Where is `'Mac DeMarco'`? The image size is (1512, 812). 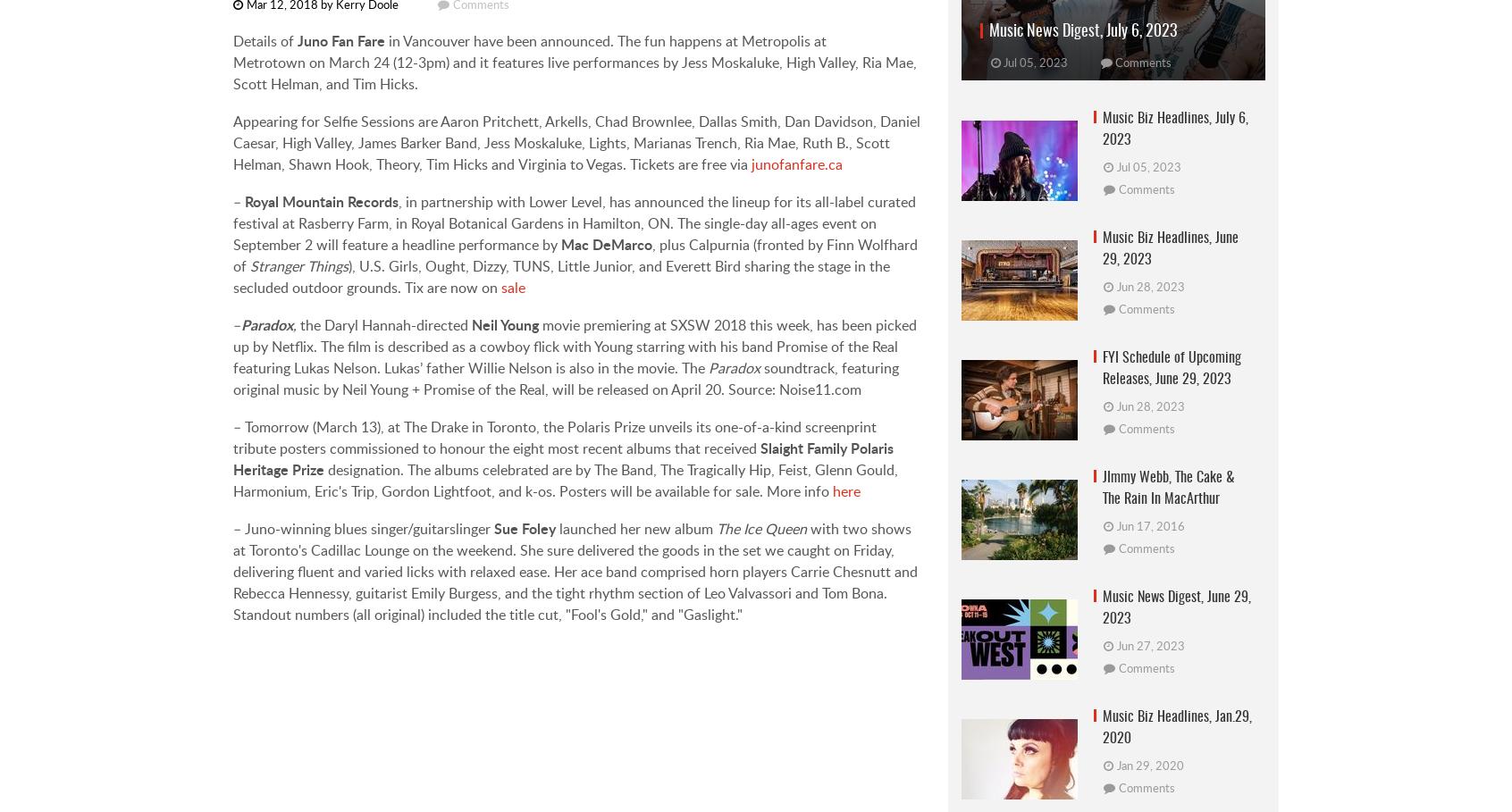
'Mac DeMarco' is located at coordinates (606, 244).